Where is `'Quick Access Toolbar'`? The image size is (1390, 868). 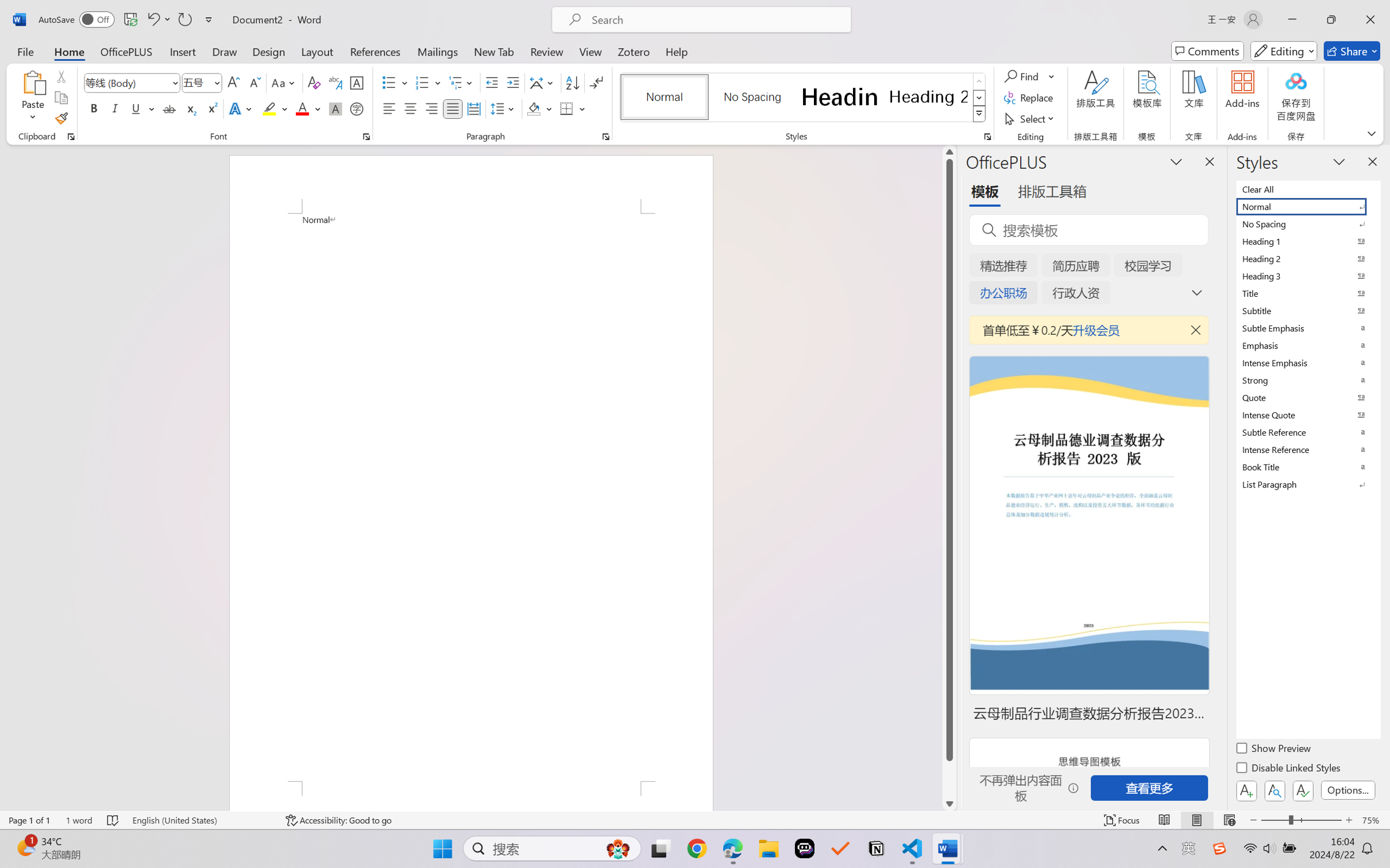 'Quick Access Toolbar' is located at coordinates (128, 19).